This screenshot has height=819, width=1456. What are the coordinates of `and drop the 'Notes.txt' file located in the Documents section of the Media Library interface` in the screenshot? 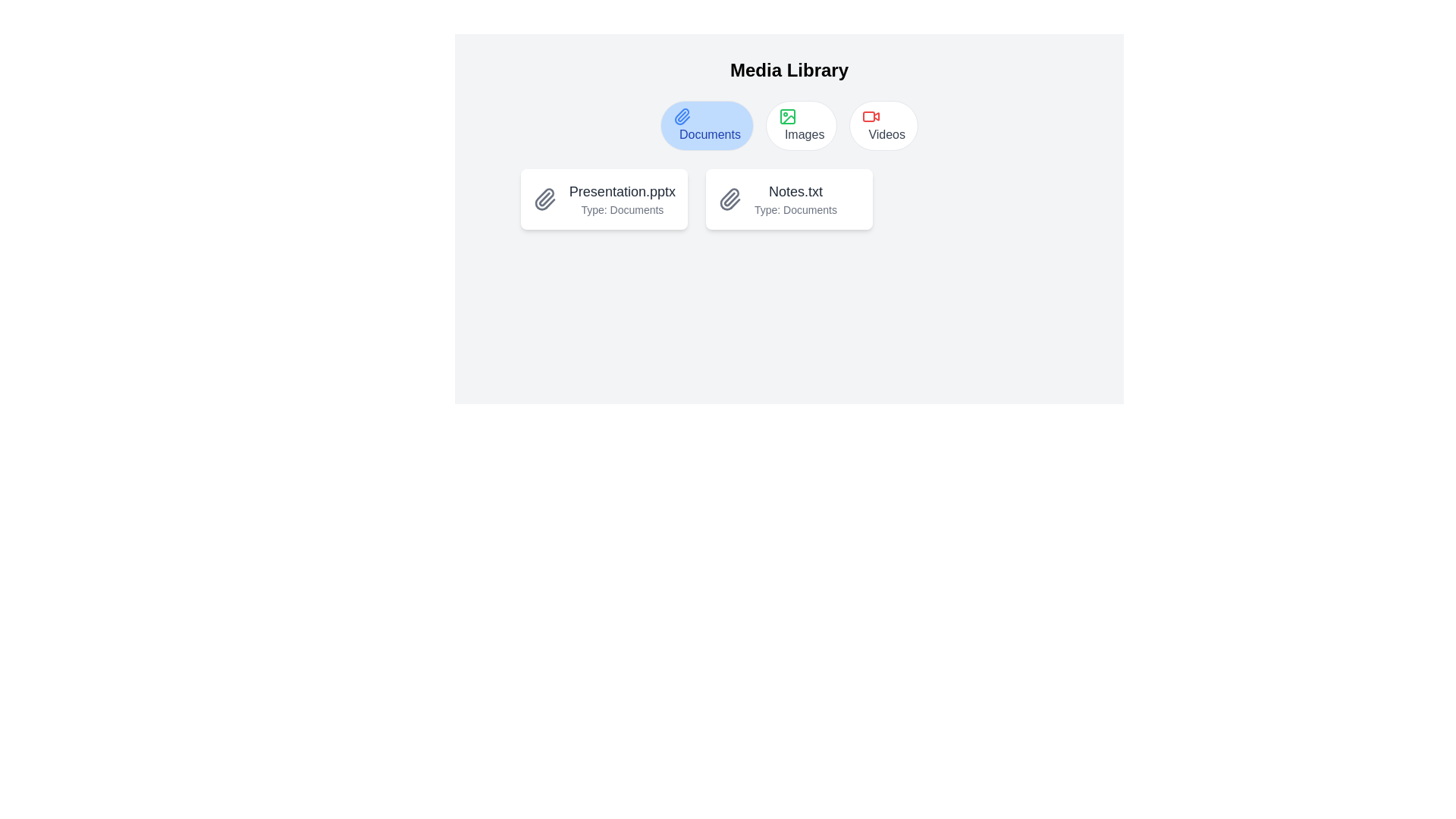 It's located at (795, 198).